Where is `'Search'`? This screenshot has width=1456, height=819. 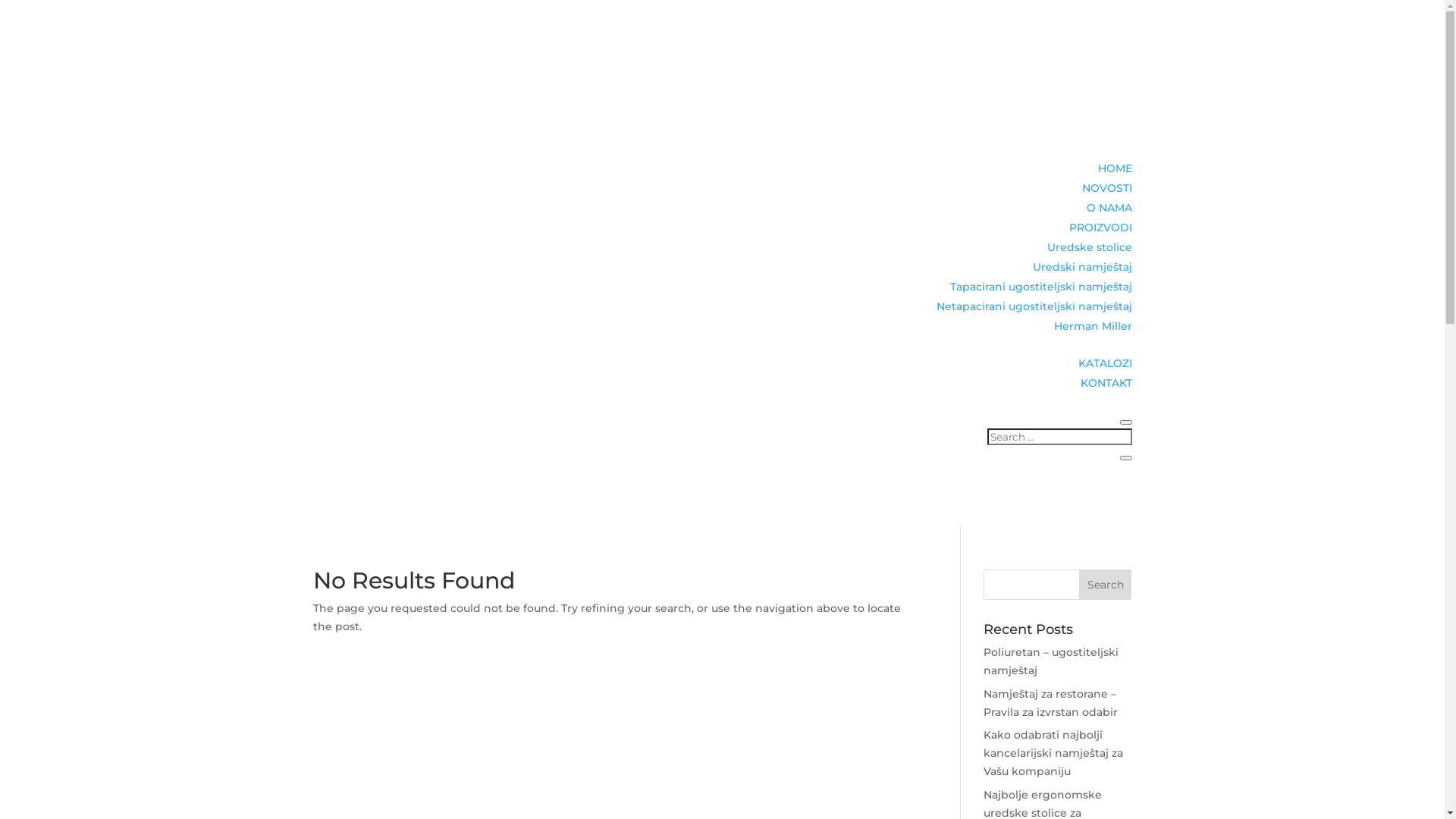
'Search' is located at coordinates (1106, 584).